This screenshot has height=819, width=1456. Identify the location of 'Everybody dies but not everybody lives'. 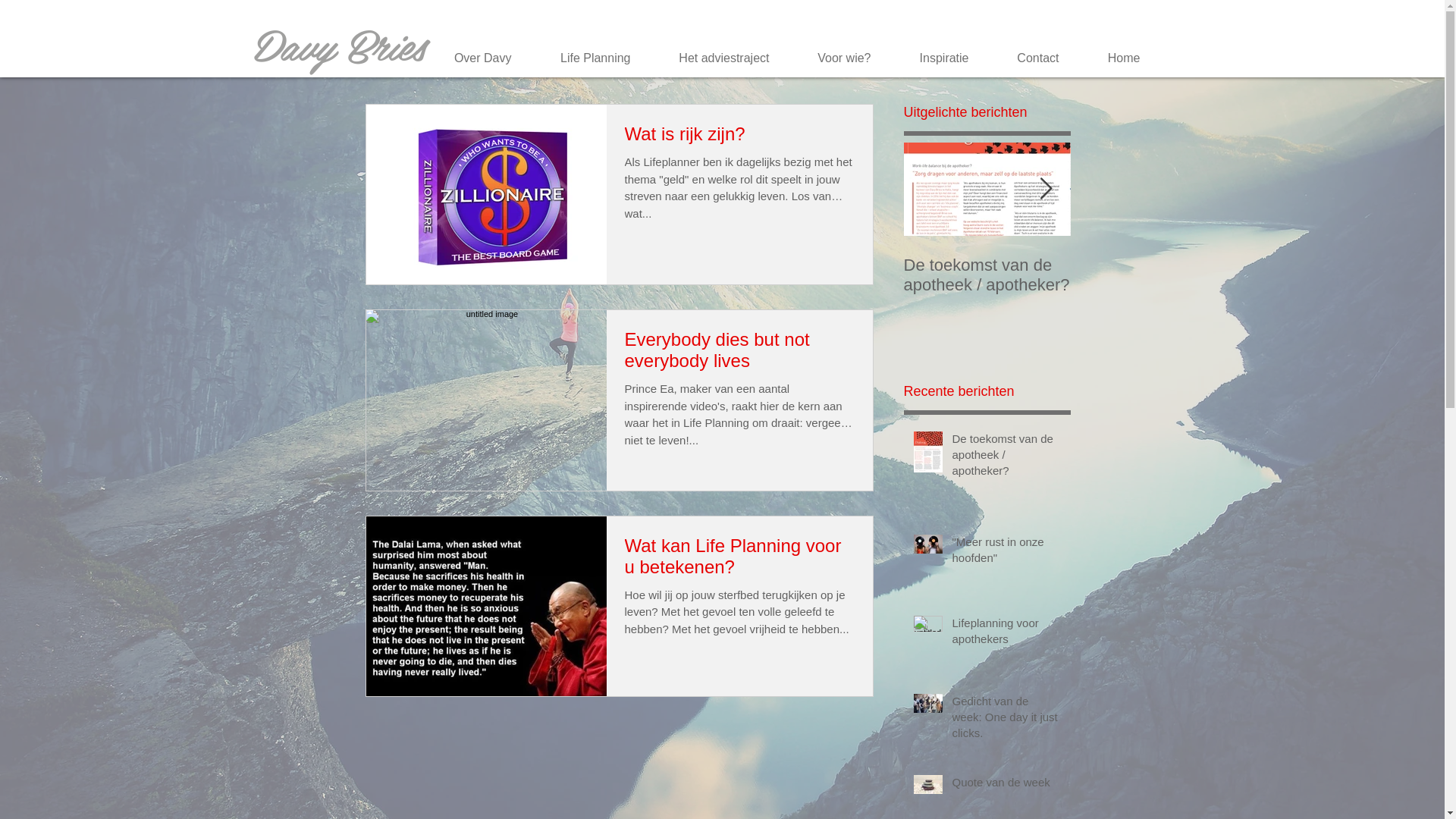
(625, 354).